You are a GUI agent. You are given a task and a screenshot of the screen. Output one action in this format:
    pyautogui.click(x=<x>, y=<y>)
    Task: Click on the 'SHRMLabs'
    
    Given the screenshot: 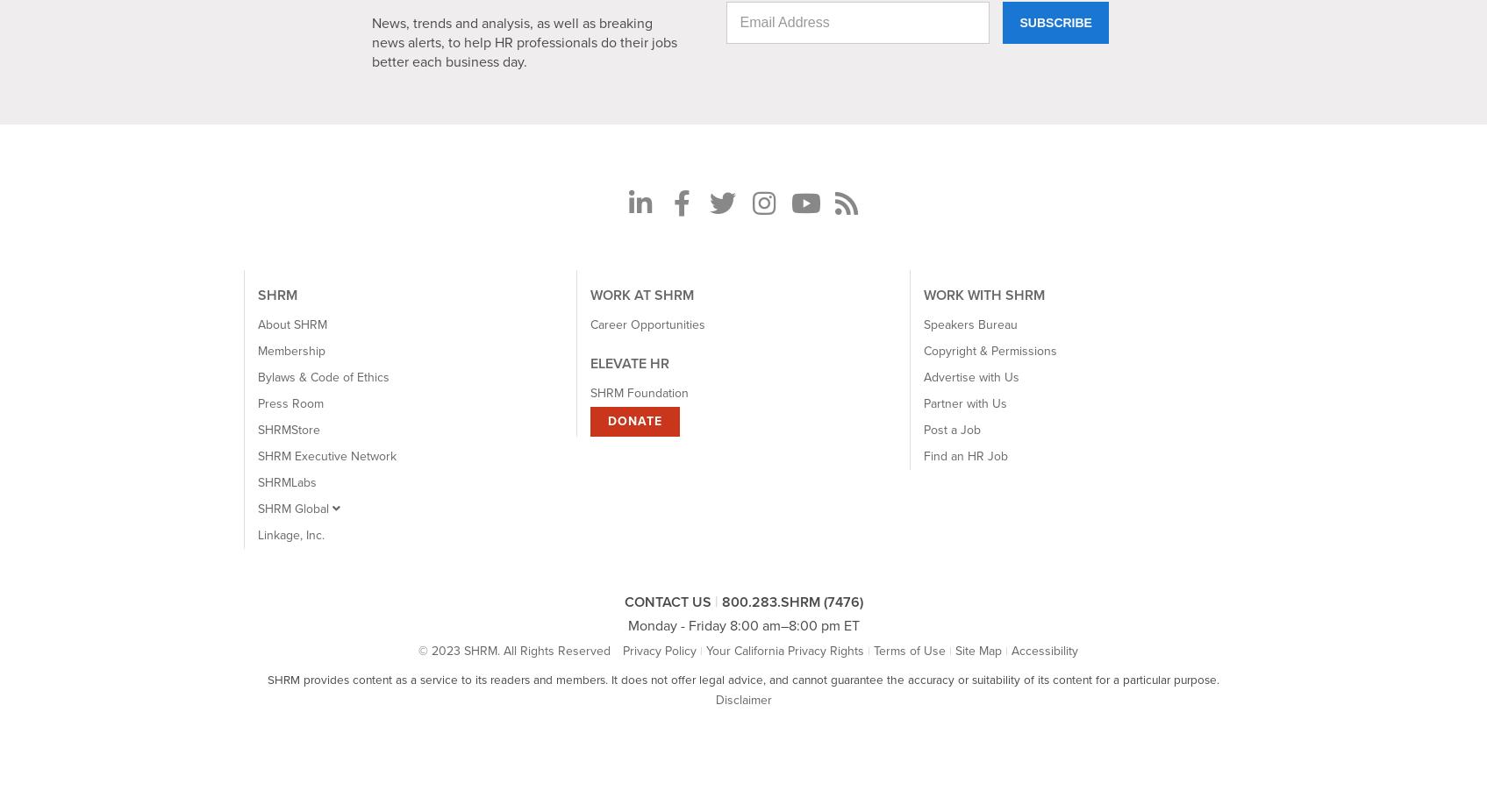 What is the action you would take?
    pyautogui.click(x=286, y=481)
    